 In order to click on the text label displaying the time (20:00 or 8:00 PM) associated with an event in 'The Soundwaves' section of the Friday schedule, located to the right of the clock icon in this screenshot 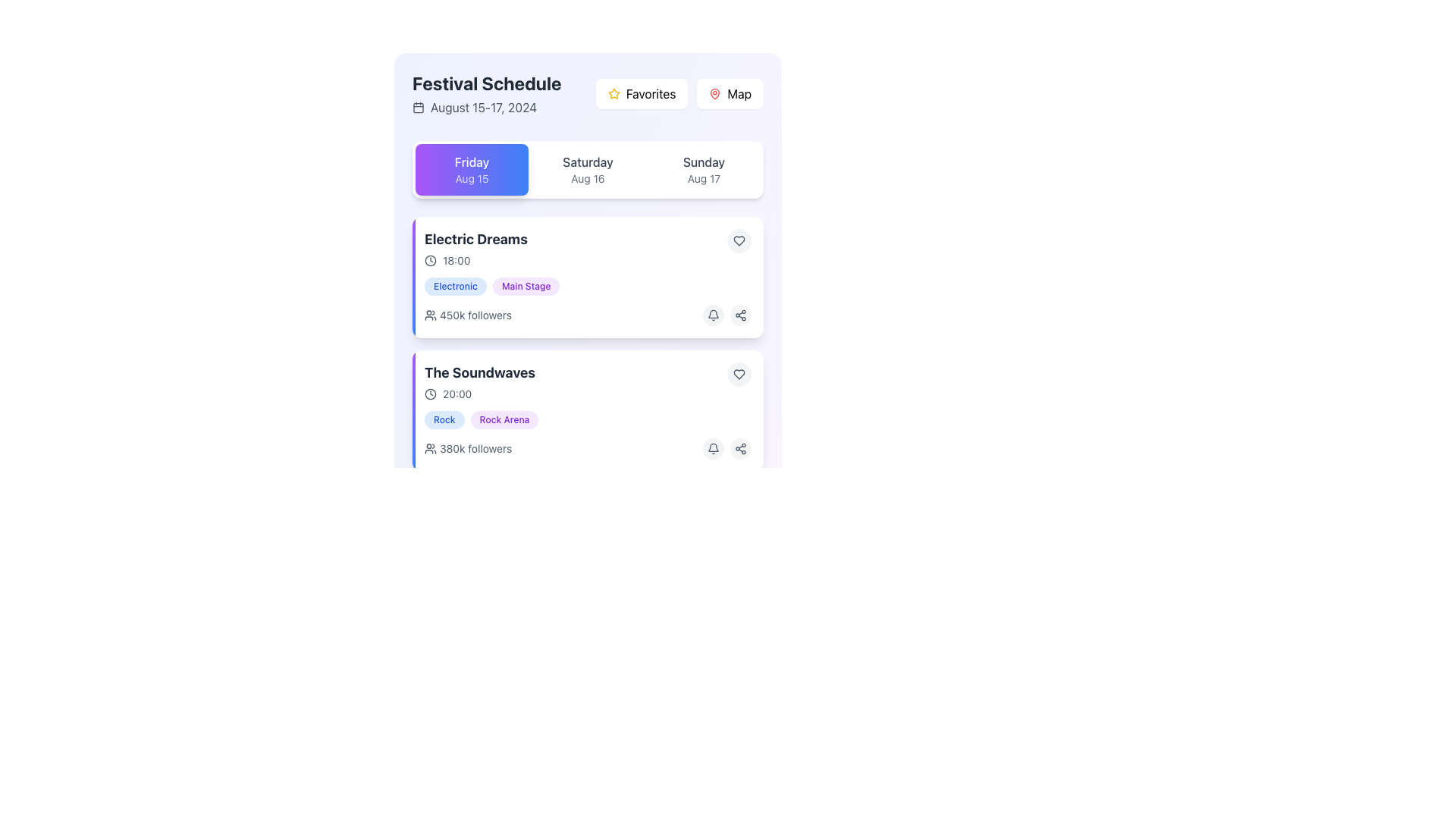, I will do `click(457, 394)`.